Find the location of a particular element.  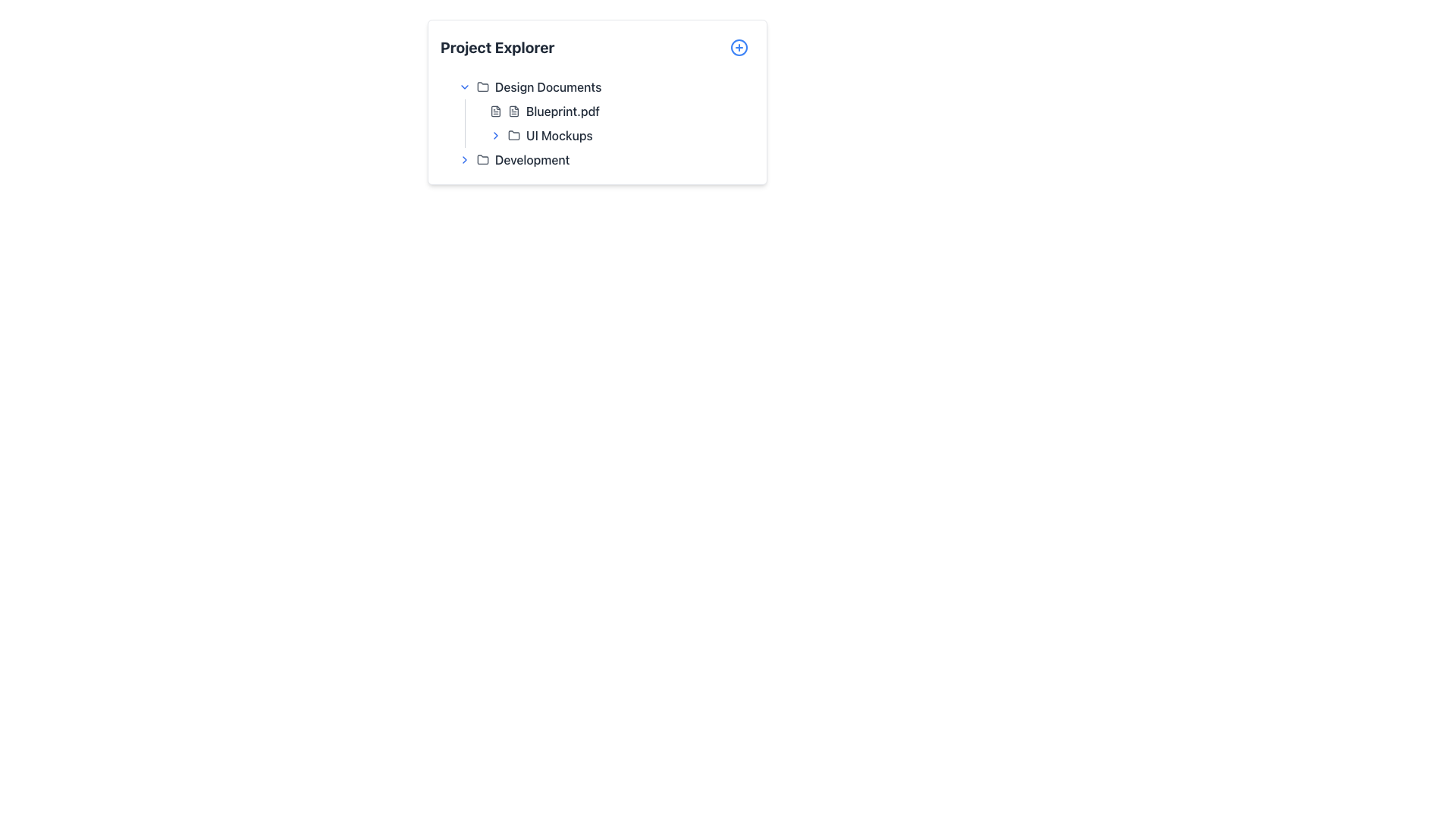

the file/folder icons within the 'Design Documents' subsection of the file explorer is located at coordinates (596, 122).